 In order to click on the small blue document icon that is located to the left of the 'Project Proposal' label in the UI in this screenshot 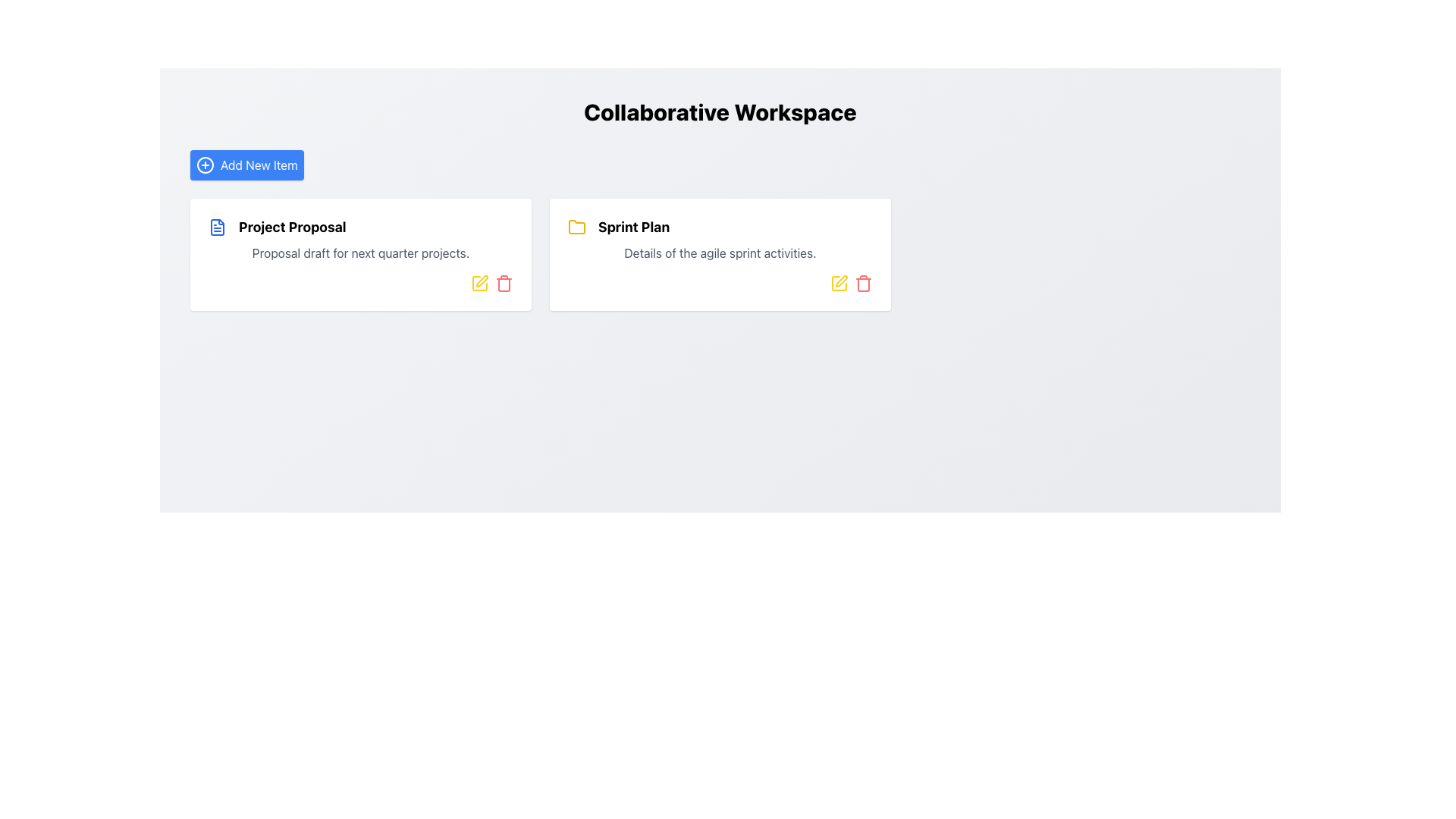, I will do `click(217, 227)`.